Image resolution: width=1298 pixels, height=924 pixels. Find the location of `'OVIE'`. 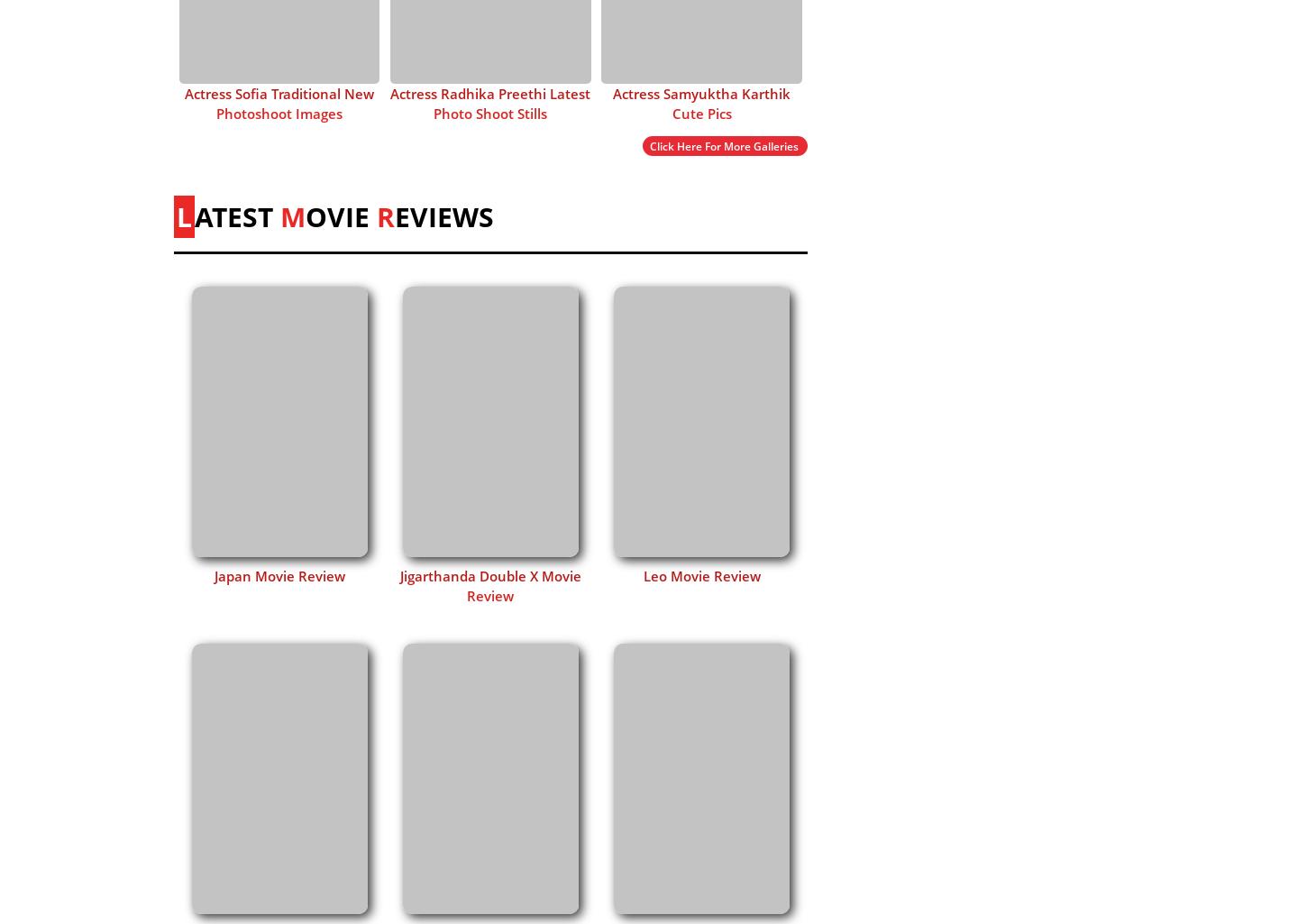

'OVIE' is located at coordinates (340, 215).